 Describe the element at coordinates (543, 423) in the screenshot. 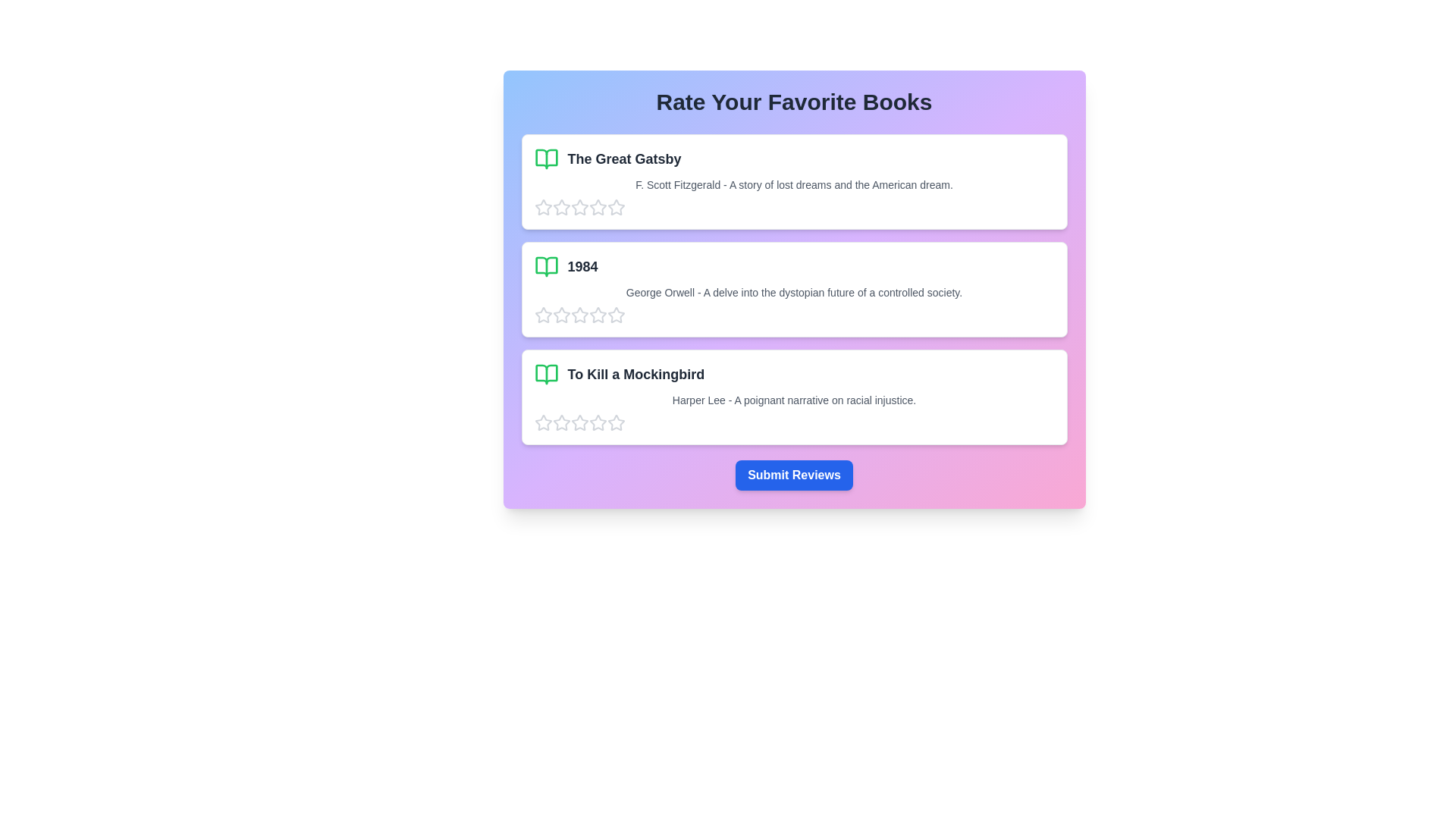

I see `the star corresponding to 1 for the book titled To Kill a Mockingbird` at that location.